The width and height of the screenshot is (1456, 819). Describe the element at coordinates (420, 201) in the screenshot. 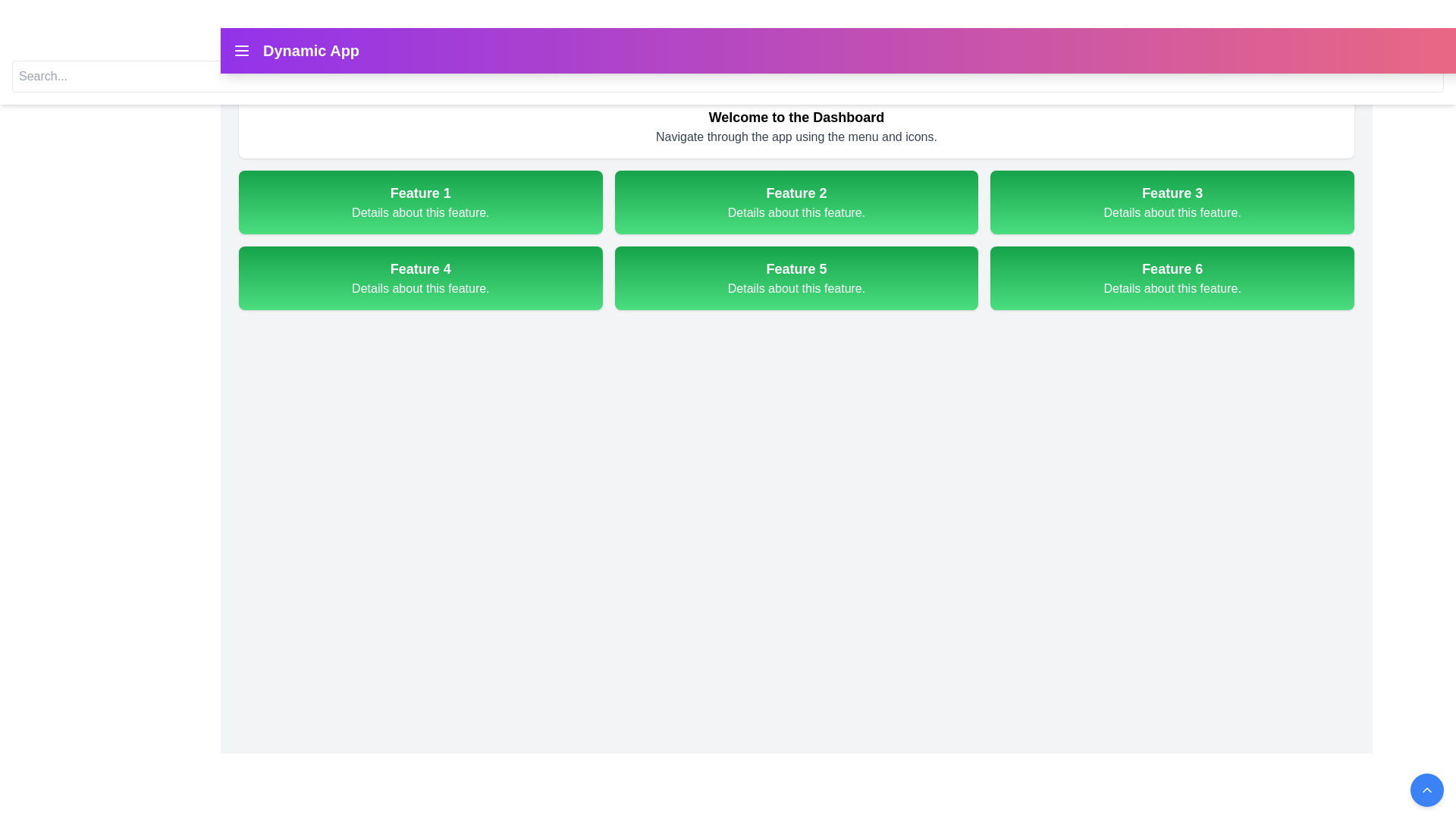

I see `the first Informational card in the grid layout` at that location.